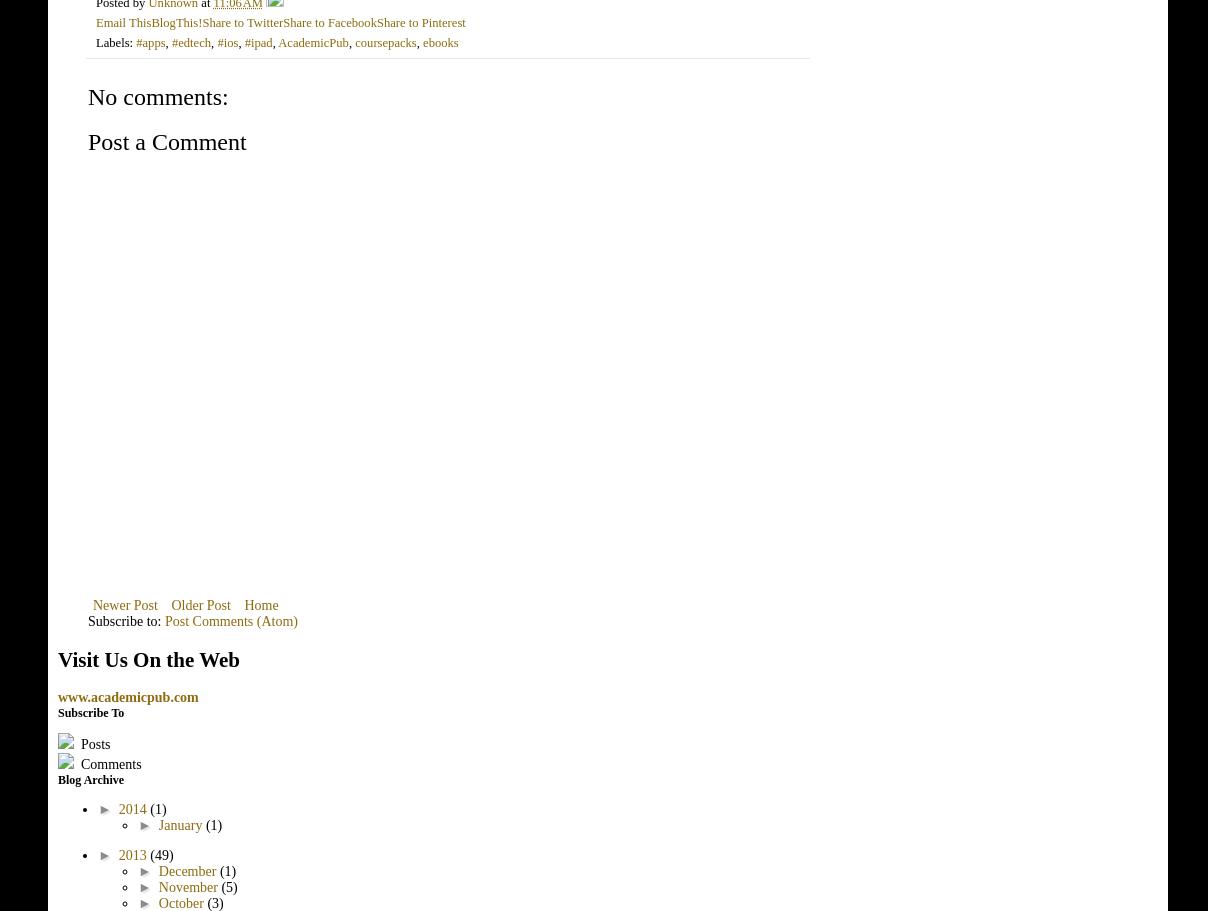 Image resolution: width=1208 pixels, height=911 pixels. What do you see at coordinates (132, 854) in the screenshot?
I see `'2013'` at bounding box center [132, 854].